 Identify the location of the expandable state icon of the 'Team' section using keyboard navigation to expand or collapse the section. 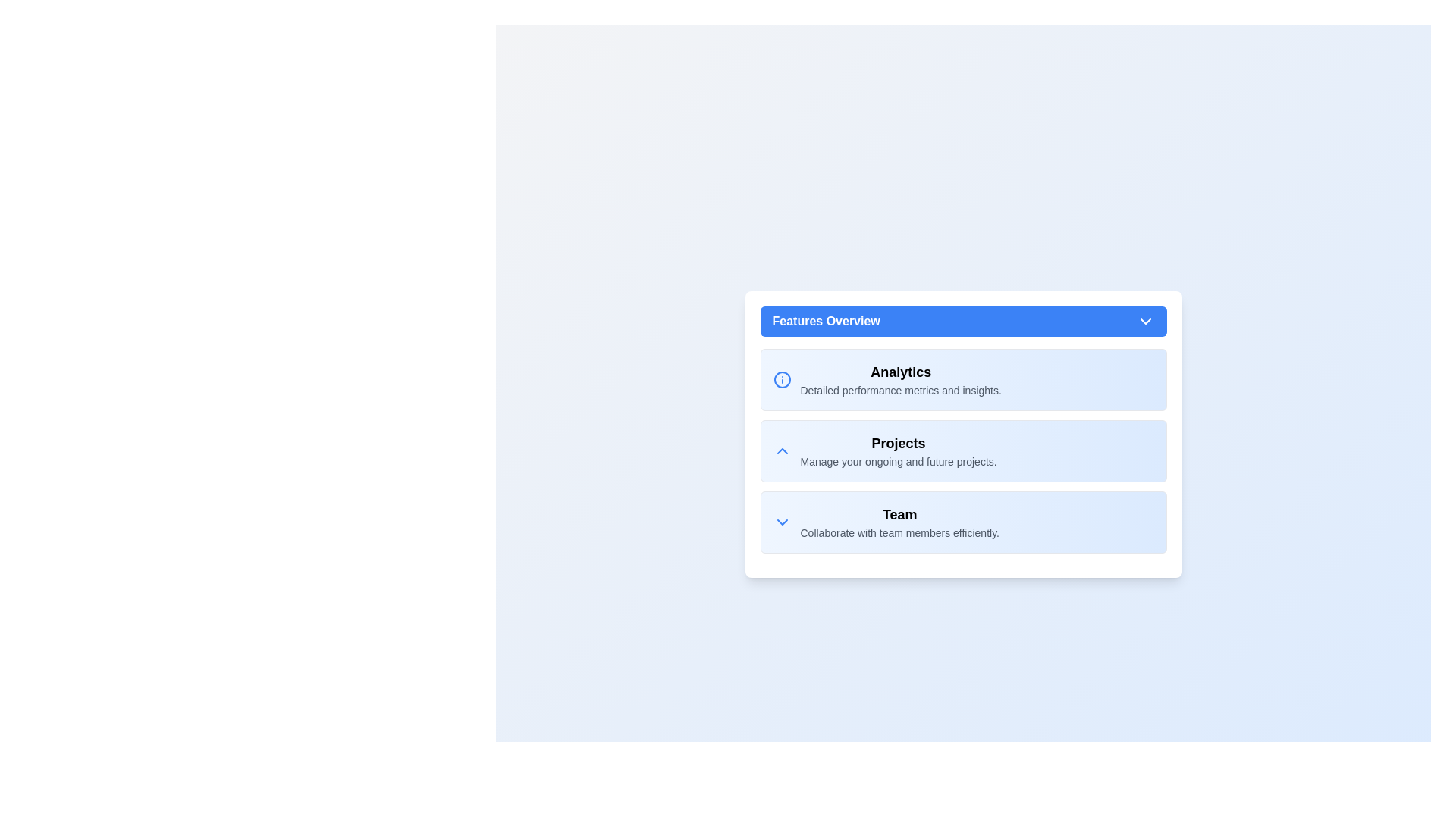
(782, 522).